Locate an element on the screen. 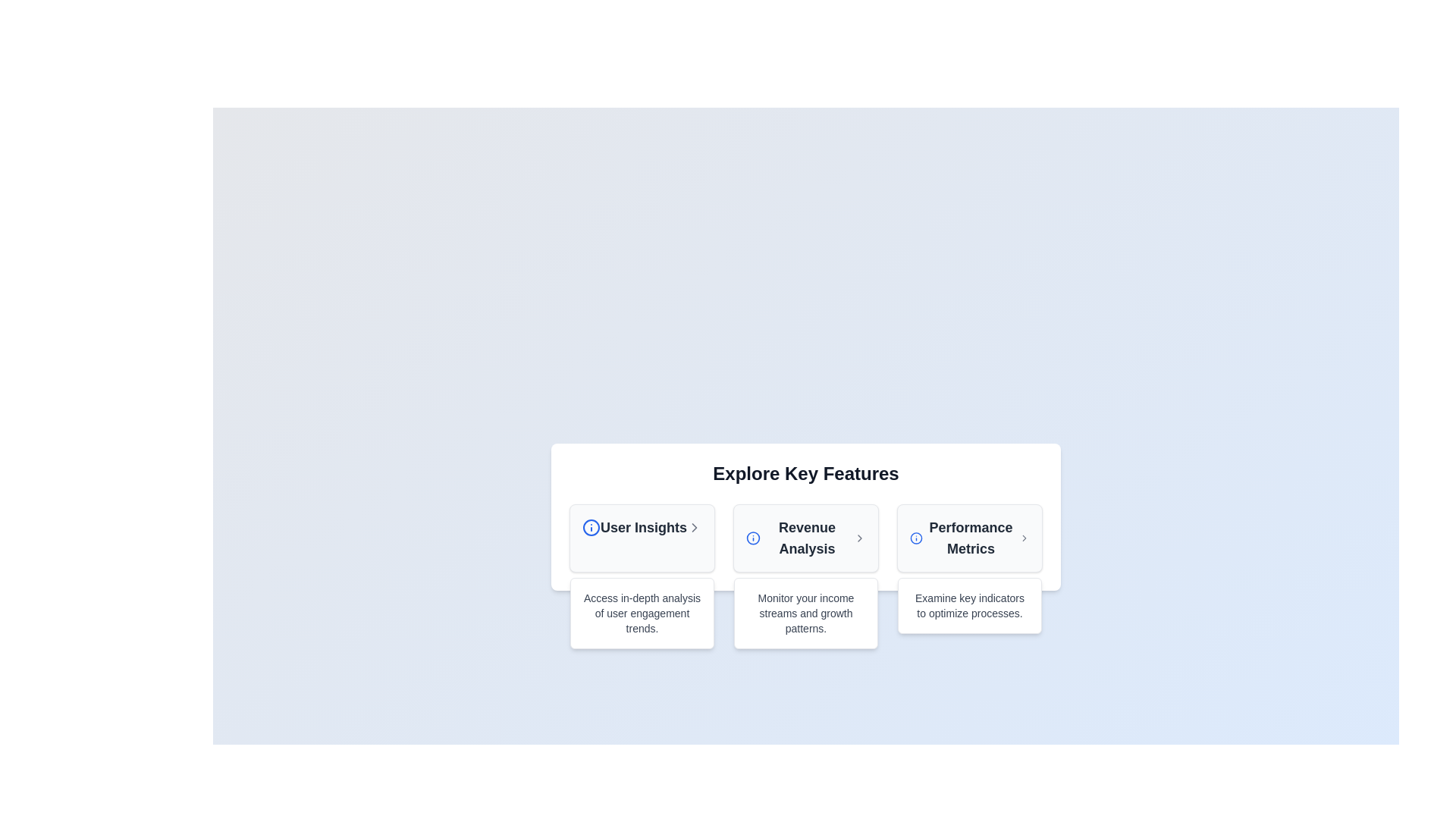  the SVG-based 'Info' icon located in the 'Performance Metrics' section, positioned at the top-right corner of the header area, to the left of the group title text 'Performance Metrics' is located at coordinates (915, 537).